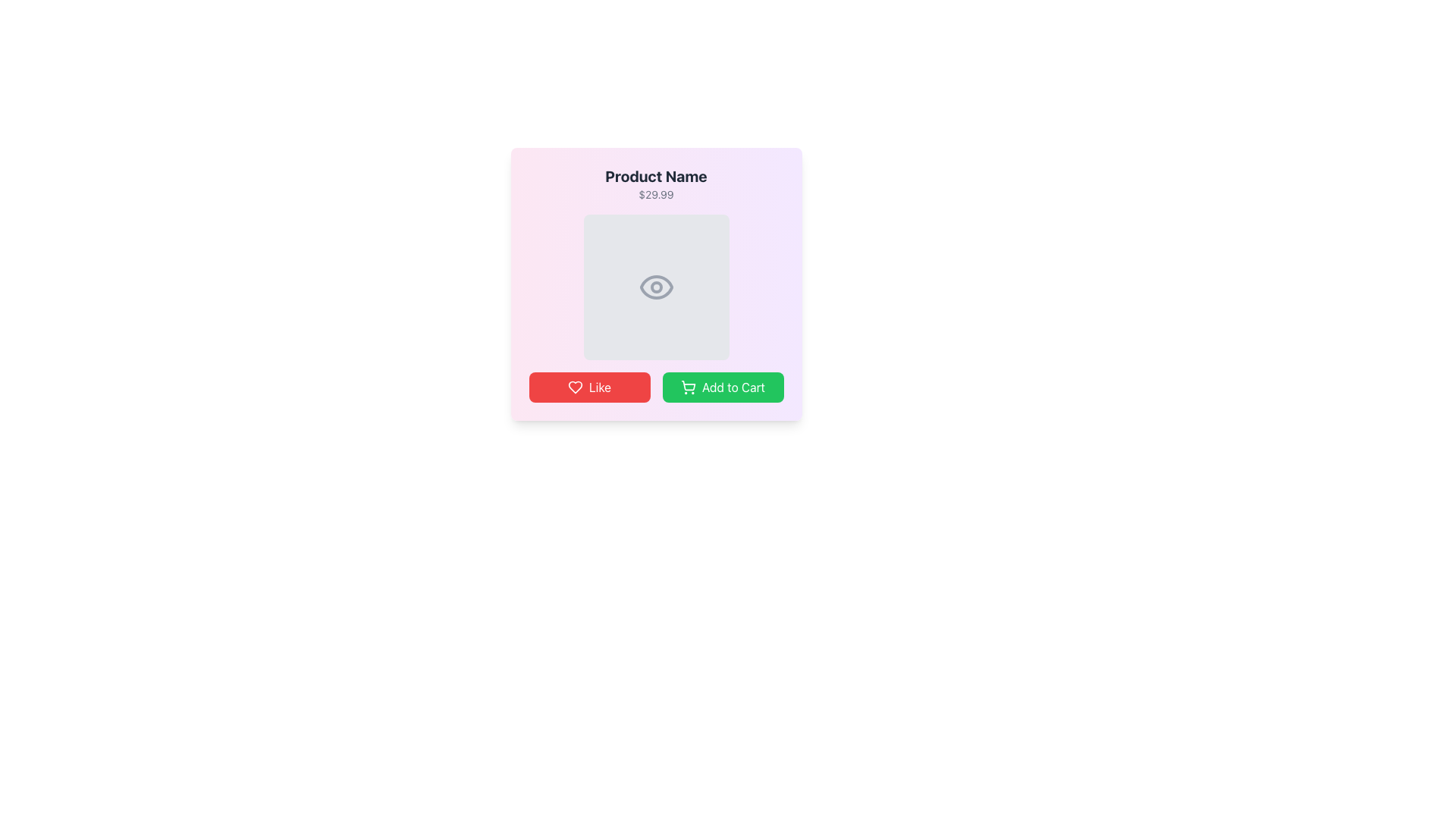 The width and height of the screenshot is (1456, 819). What do you see at coordinates (656, 184) in the screenshot?
I see `the product information header text block that displays the name and price of the product, which is located at the top of the card with a pink-to-purple gradient background` at bounding box center [656, 184].